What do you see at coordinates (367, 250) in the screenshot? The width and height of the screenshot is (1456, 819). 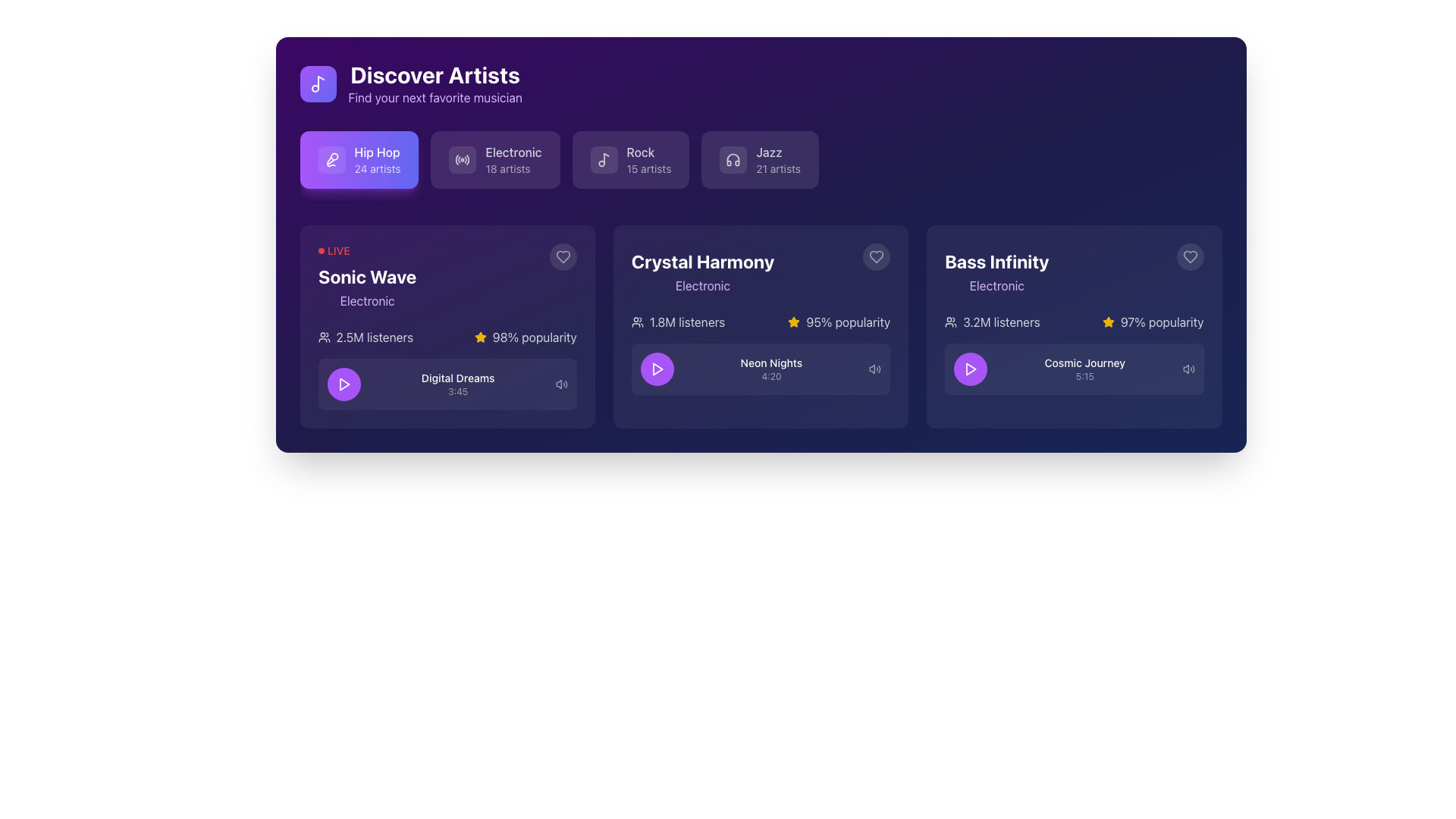 I see `the 'LIVE' label with a red circular badge located at the top-left corner of the highlighted card above the title 'Sonic Wave'` at bounding box center [367, 250].